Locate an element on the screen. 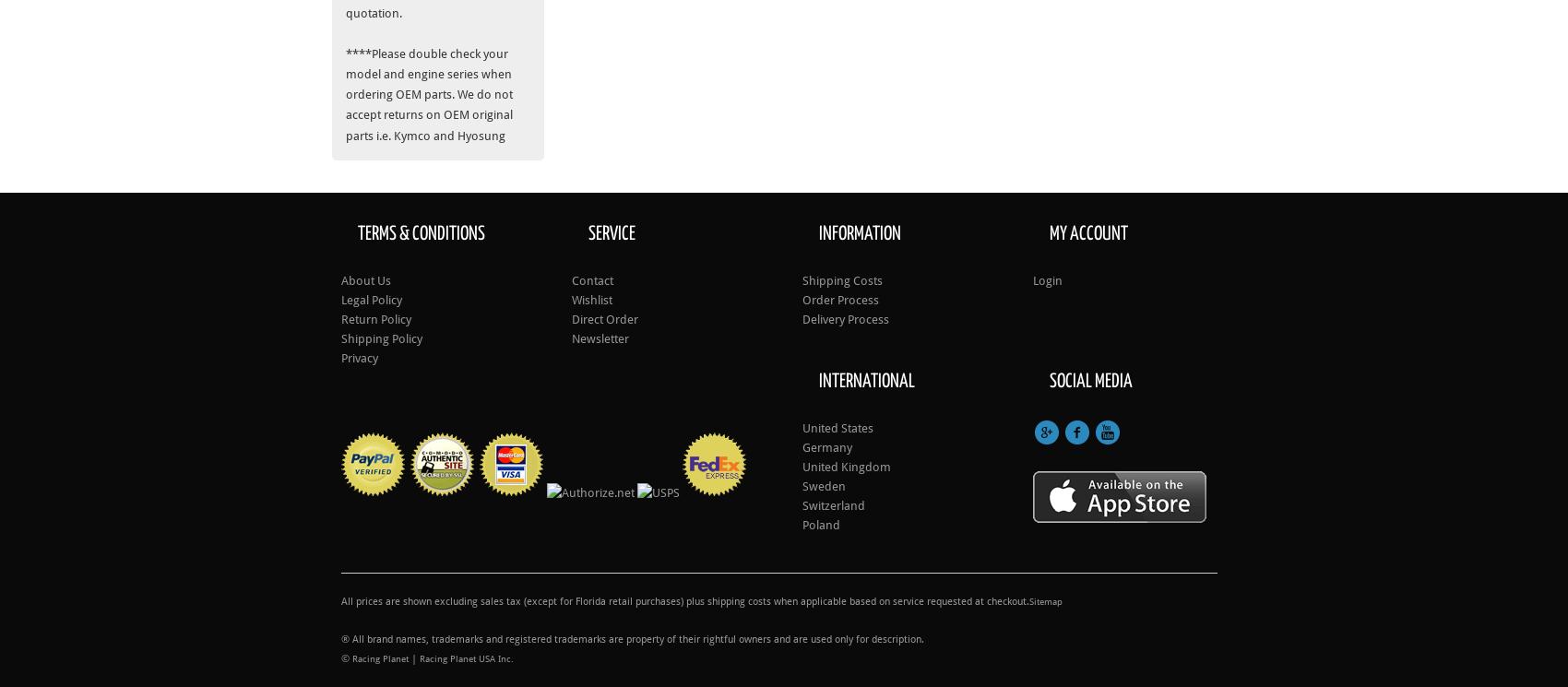 This screenshot has width=1568, height=687. 'United Kingdom' is located at coordinates (847, 466).